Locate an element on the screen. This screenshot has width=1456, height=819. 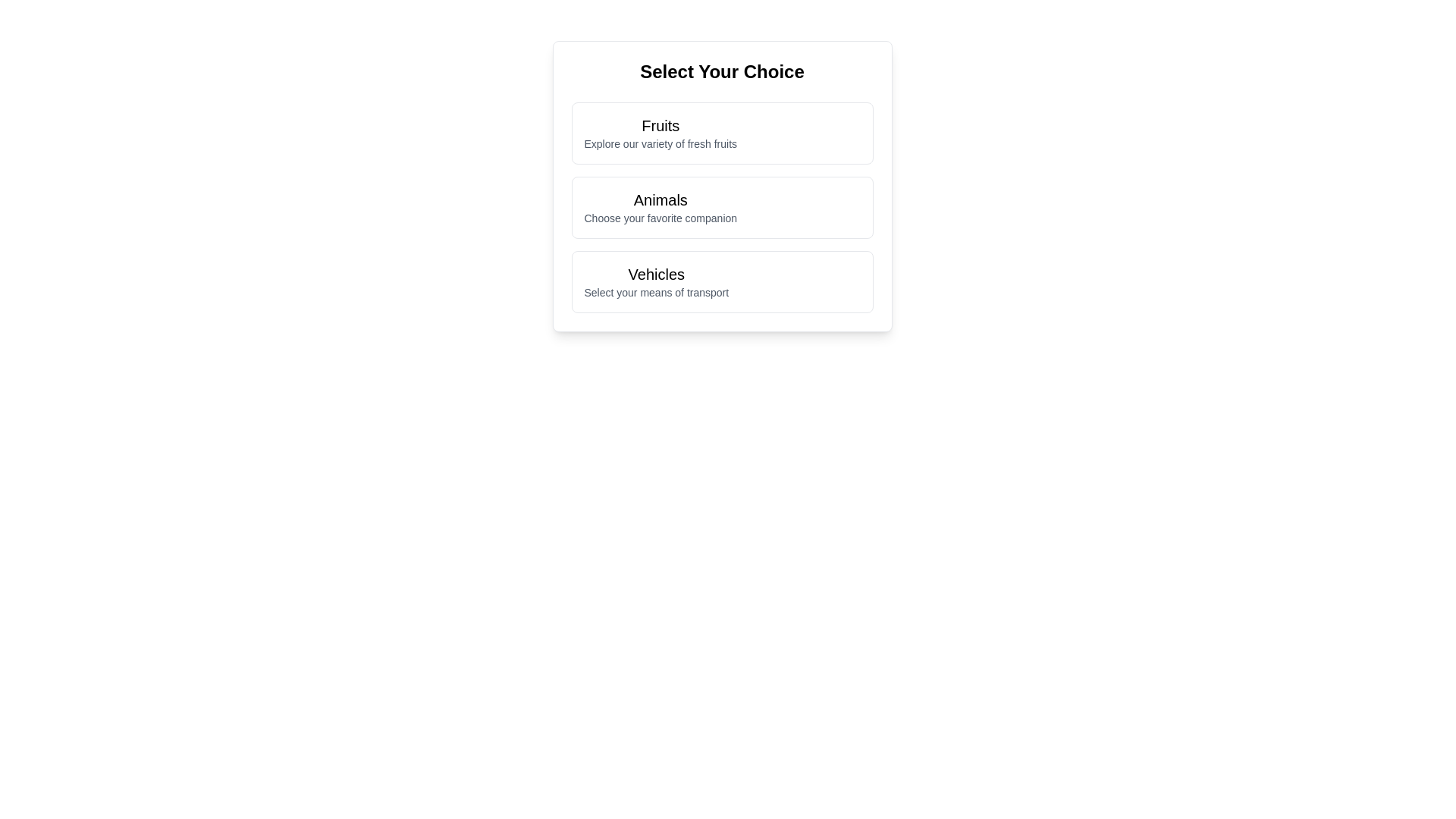
the clickable selection card labeled 'Vehicles' that contains the text 'Select your means of transport' underneath, which is located at the bottom of a list of three sections is located at coordinates (721, 281).